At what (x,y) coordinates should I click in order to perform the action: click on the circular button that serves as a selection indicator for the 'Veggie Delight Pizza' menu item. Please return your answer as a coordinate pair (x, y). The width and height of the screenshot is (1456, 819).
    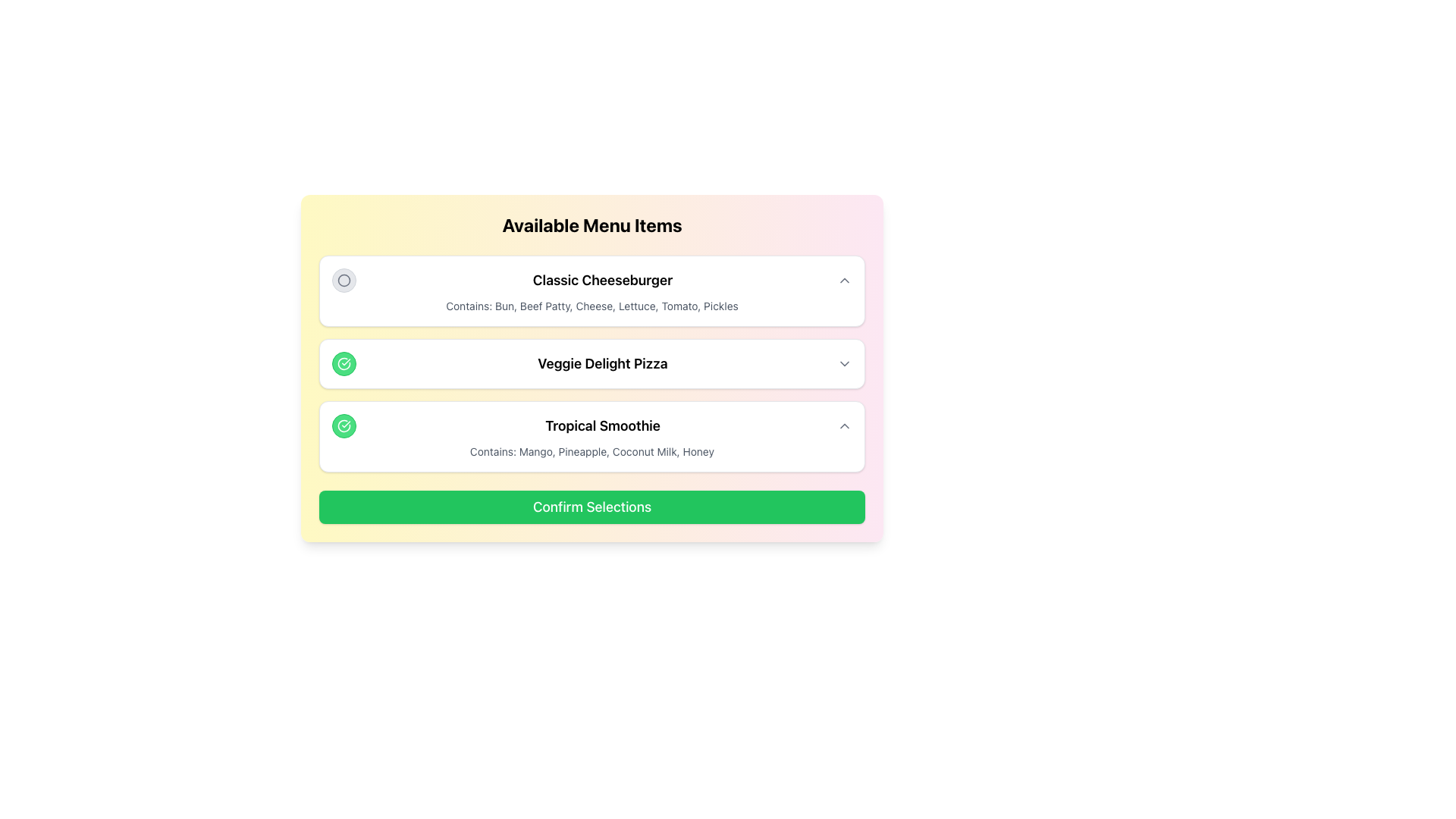
    Looking at the image, I should click on (344, 363).